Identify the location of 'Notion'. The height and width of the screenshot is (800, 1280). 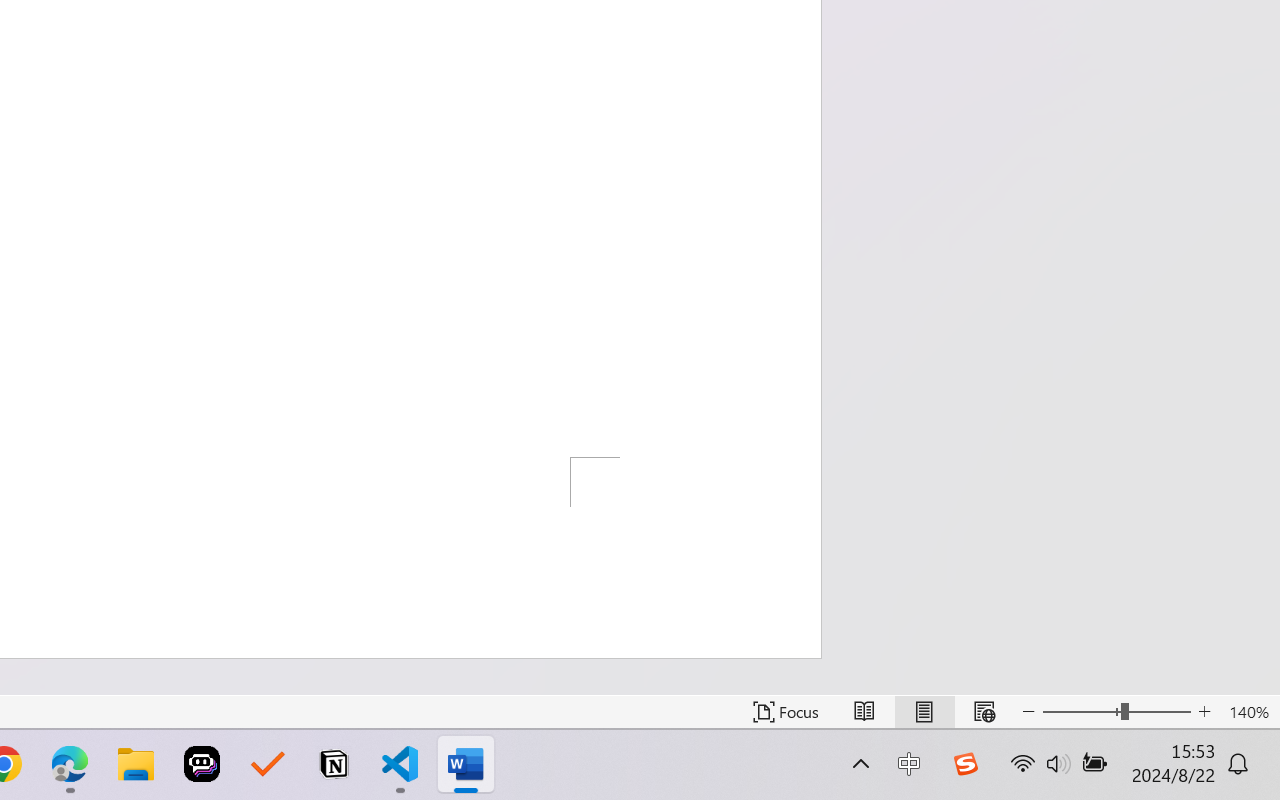
(334, 764).